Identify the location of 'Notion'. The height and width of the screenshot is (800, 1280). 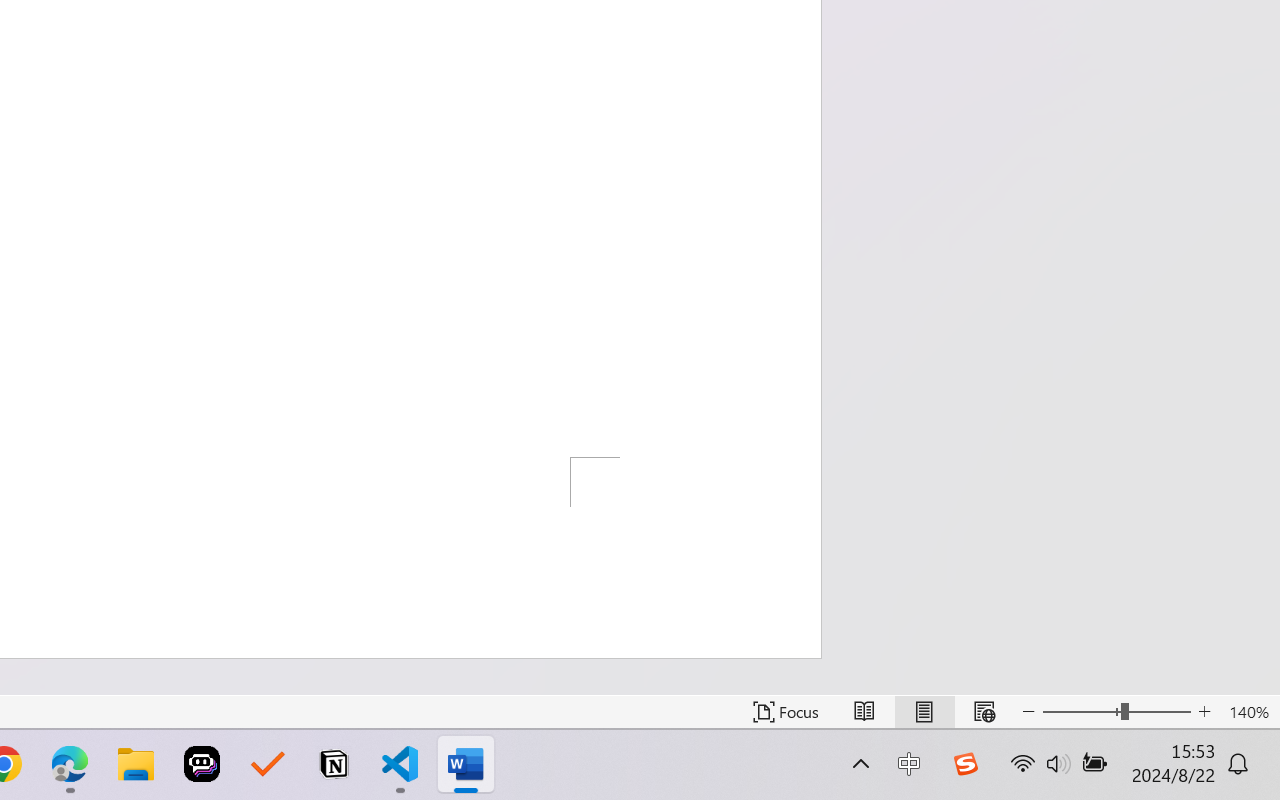
(334, 764).